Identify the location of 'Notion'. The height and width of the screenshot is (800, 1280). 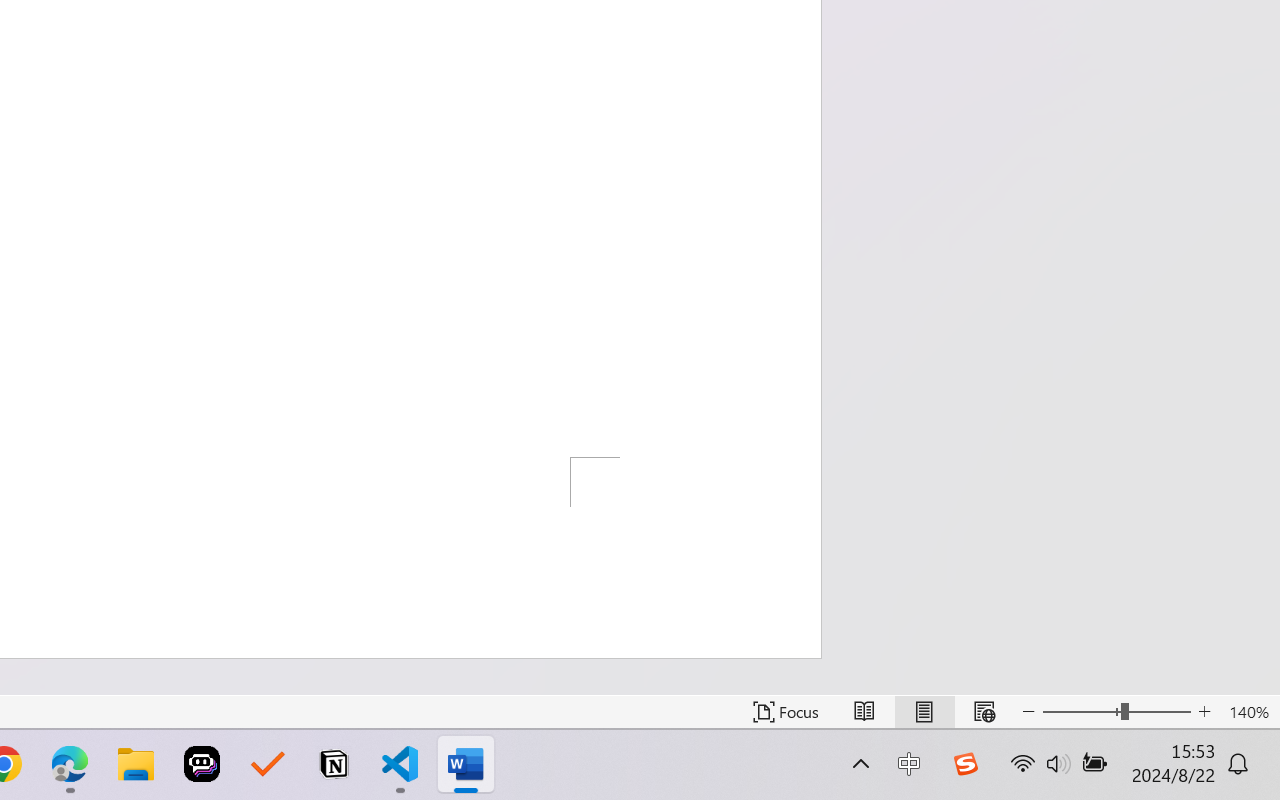
(334, 764).